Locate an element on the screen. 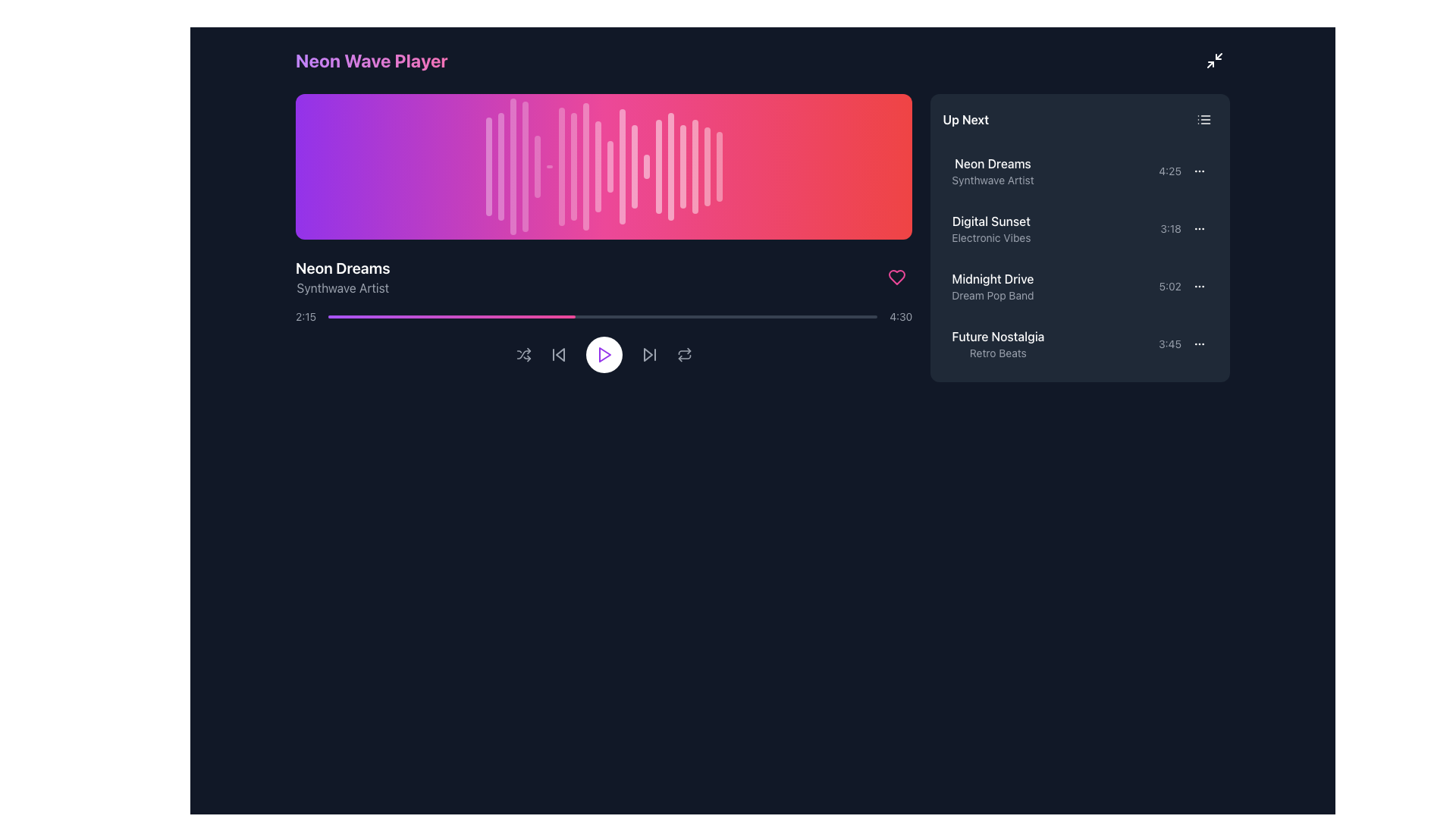  the media progress is located at coordinates (574, 315).